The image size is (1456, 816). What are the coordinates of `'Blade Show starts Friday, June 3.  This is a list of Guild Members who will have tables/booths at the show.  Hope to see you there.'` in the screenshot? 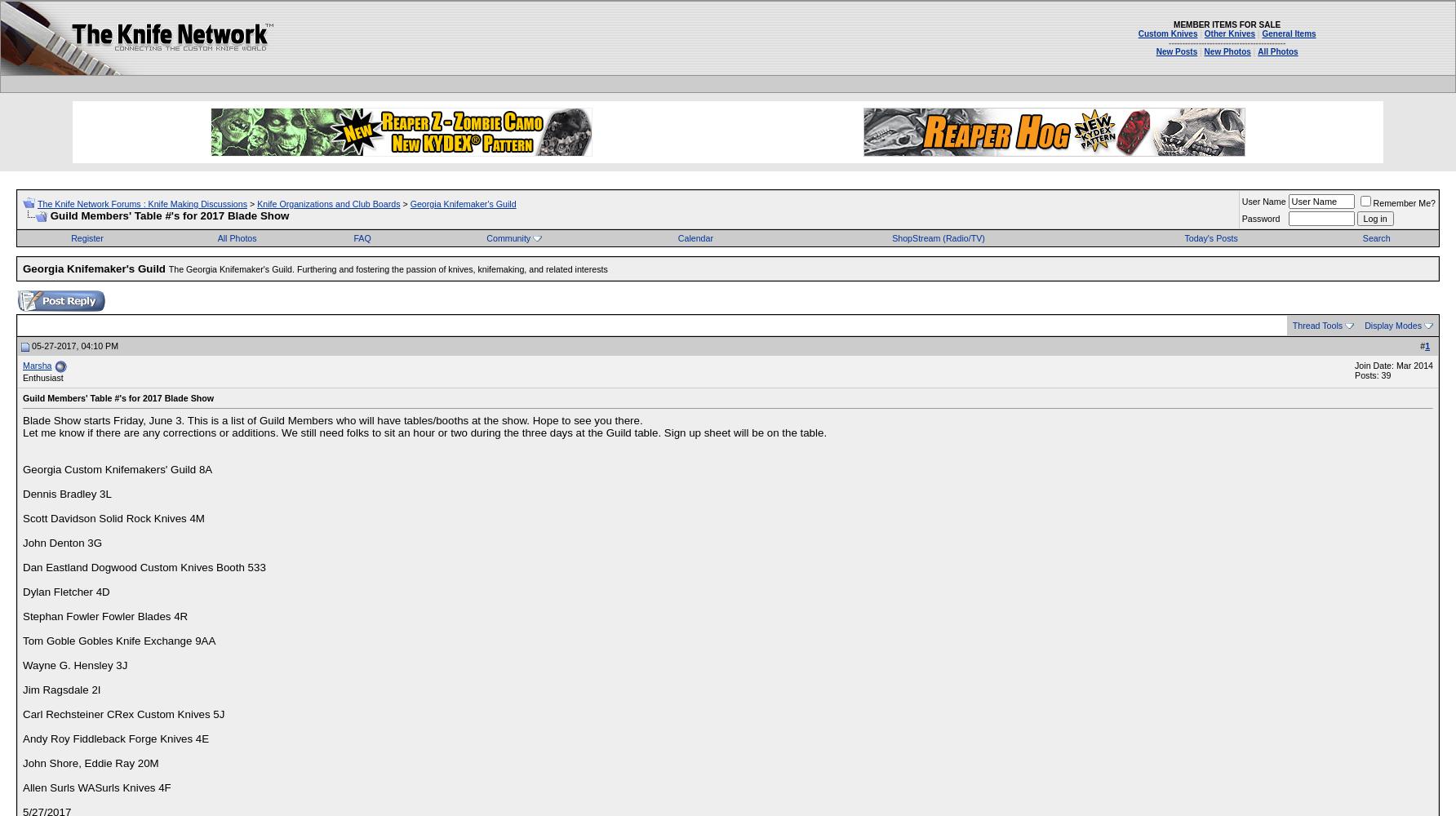 It's located at (331, 420).